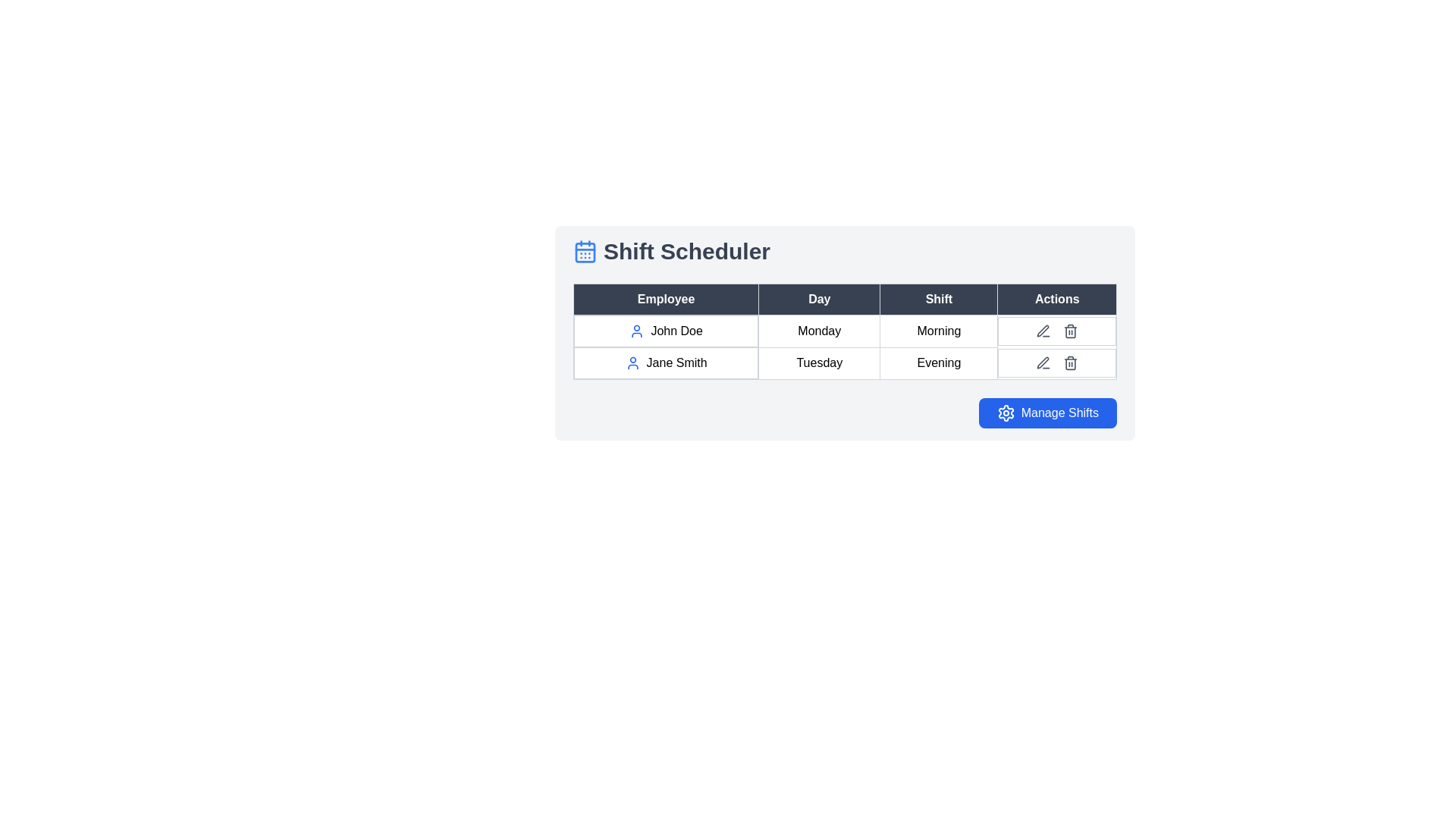  I want to click on the pencil icon button in the 'Actions' column of the second row, so click(1043, 330).